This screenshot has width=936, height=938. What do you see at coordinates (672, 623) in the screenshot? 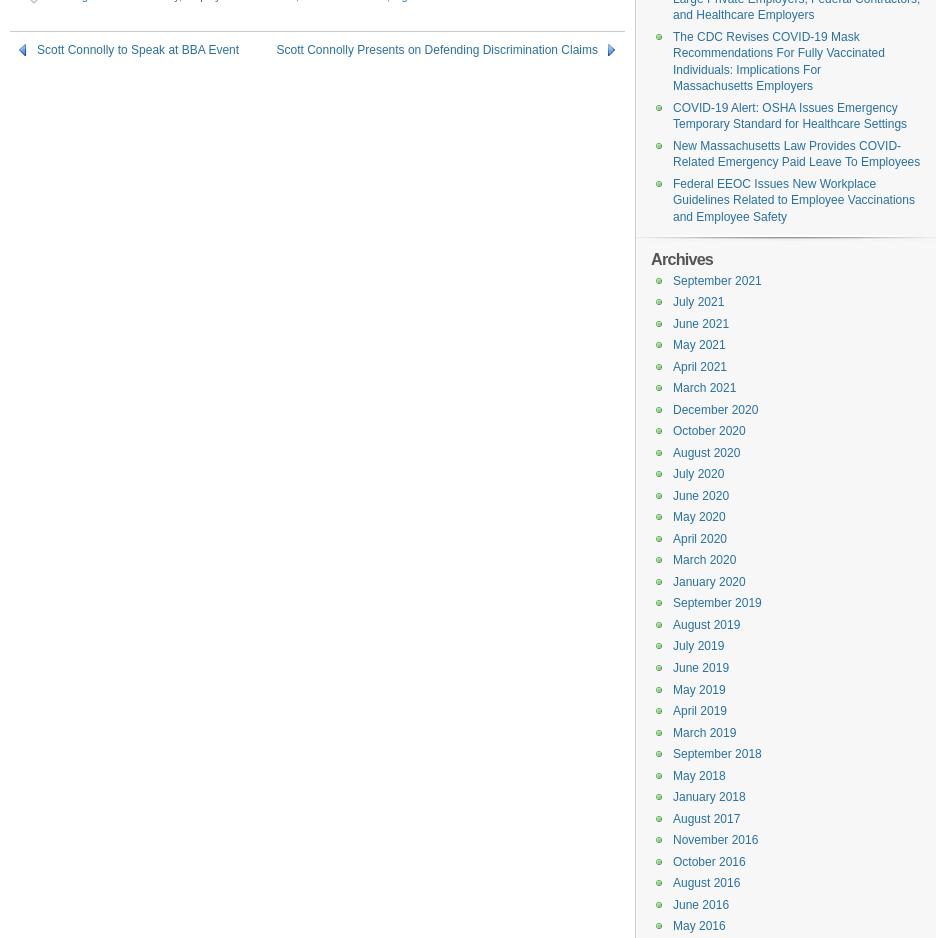
I see `'August 2019'` at bounding box center [672, 623].